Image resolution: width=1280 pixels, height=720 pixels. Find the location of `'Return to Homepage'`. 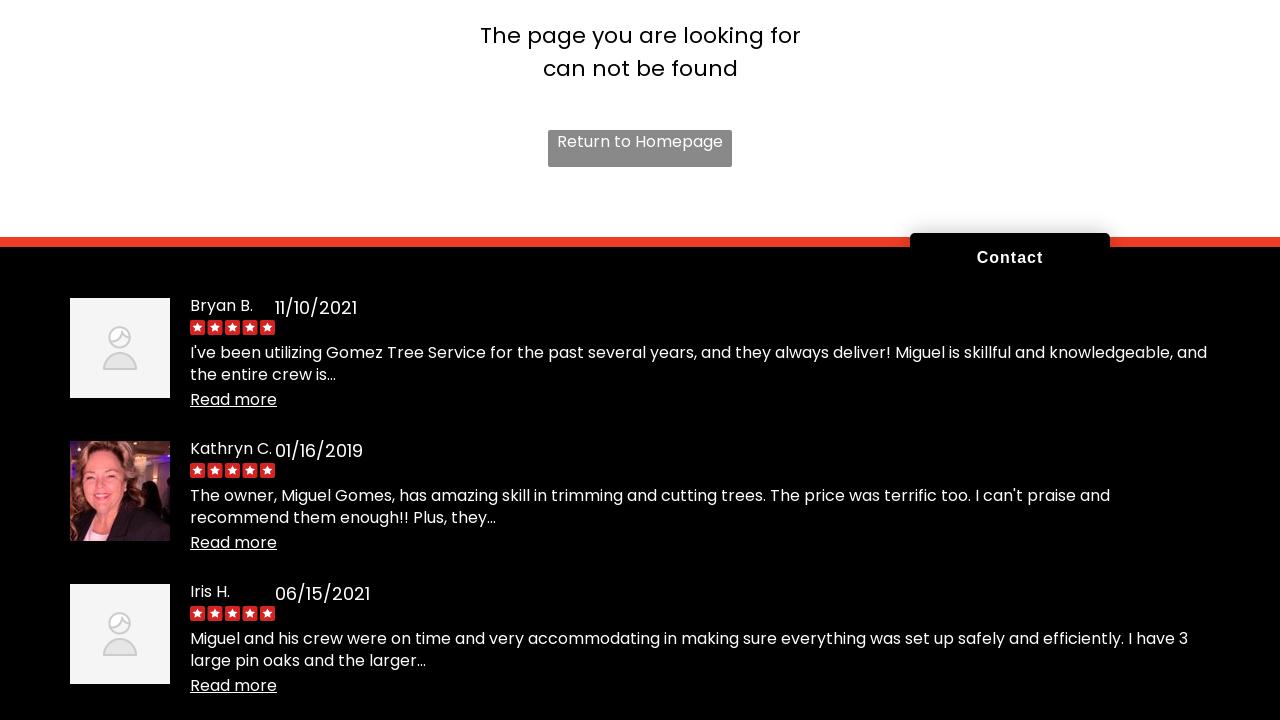

'Return to Homepage' is located at coordinates (640, 139).